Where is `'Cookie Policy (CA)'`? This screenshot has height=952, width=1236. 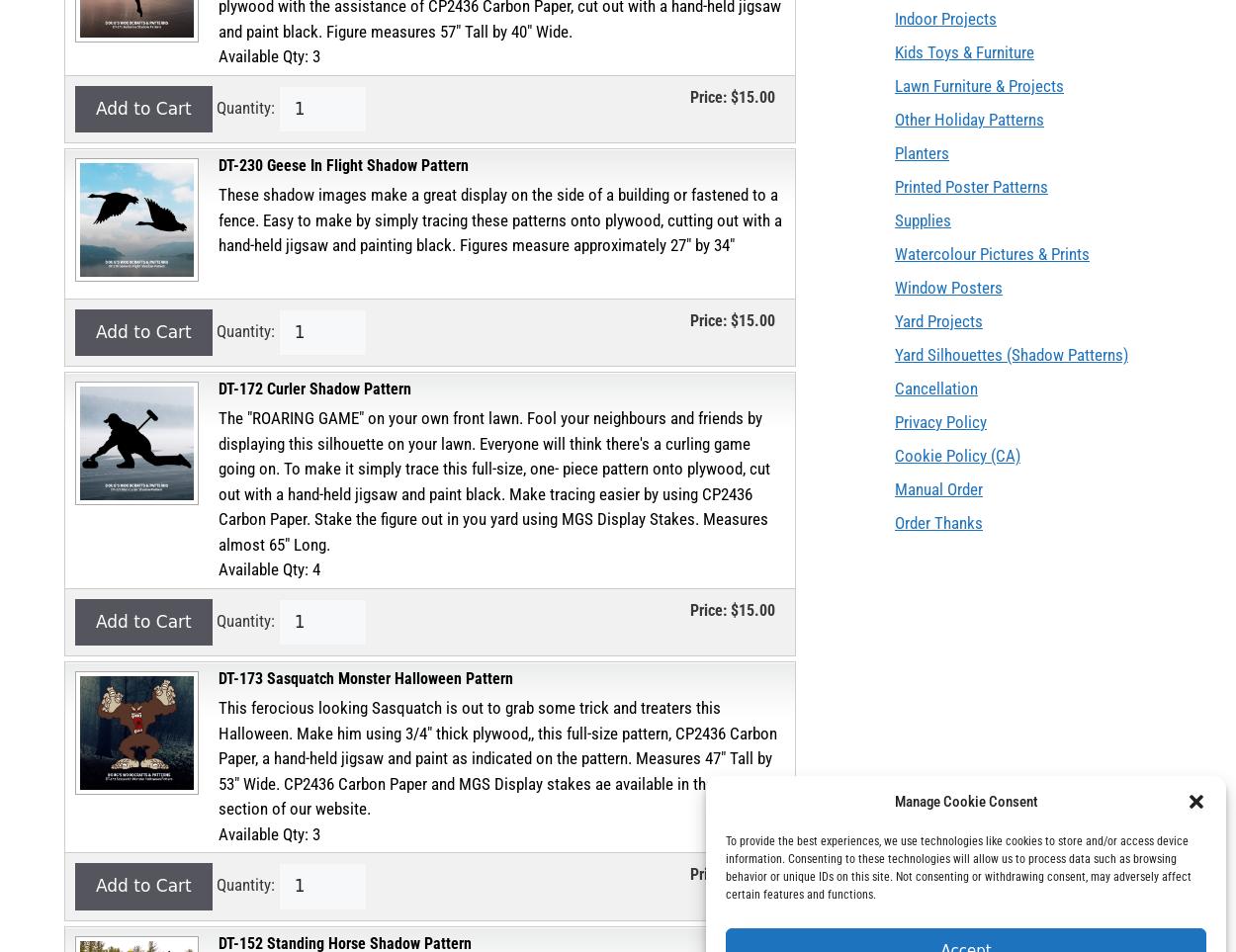
'Cookie Policy (CA)' is located at coordinates (895, 454).